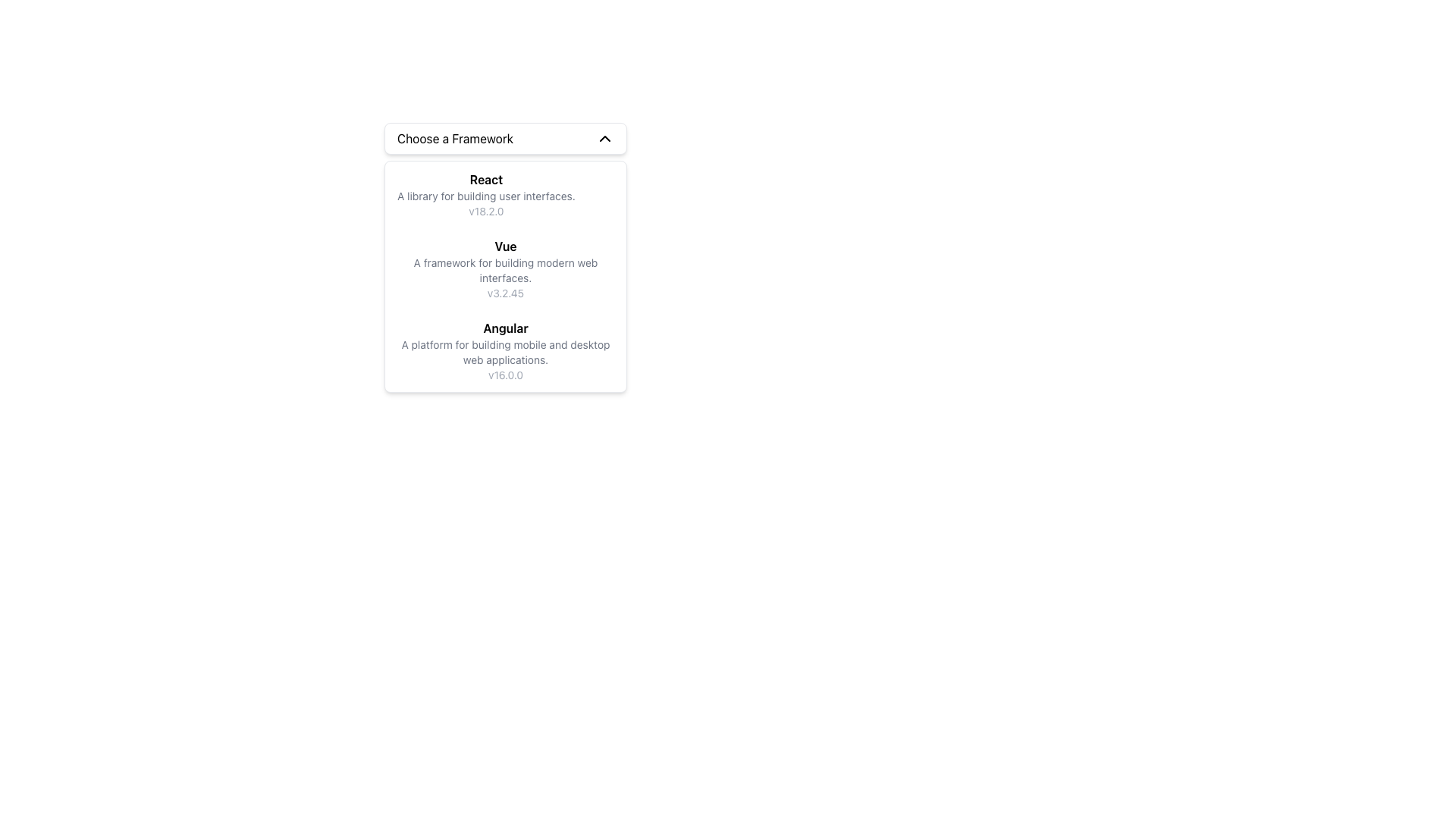 Image resolution: width=1456 pixels, height=819 pixels. I want to click on the informational text reading 'A framework for building modern web interfaces.' which is styled in gray and positioned below the heading 'Vue' in the dropdown menu, so click(506, 270).